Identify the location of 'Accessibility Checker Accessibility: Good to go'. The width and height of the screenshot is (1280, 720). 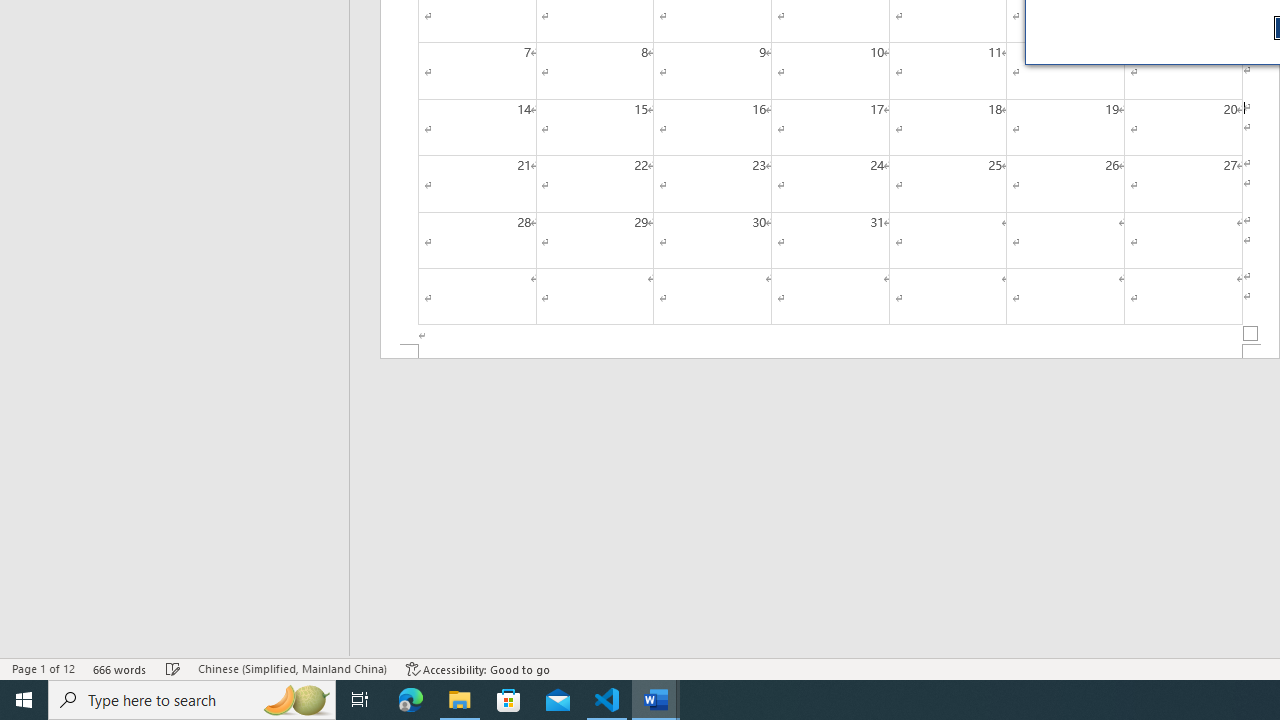
(477, 669).